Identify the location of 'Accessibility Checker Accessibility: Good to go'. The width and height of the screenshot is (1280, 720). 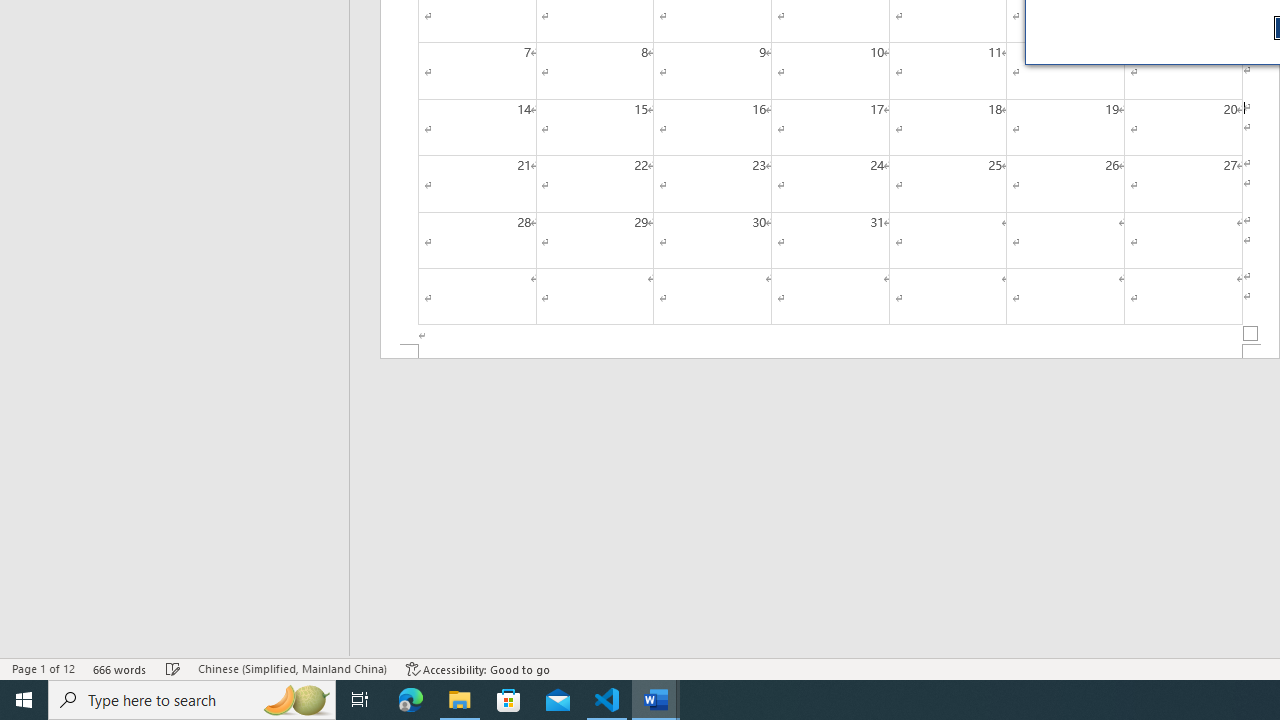
(477, 669).